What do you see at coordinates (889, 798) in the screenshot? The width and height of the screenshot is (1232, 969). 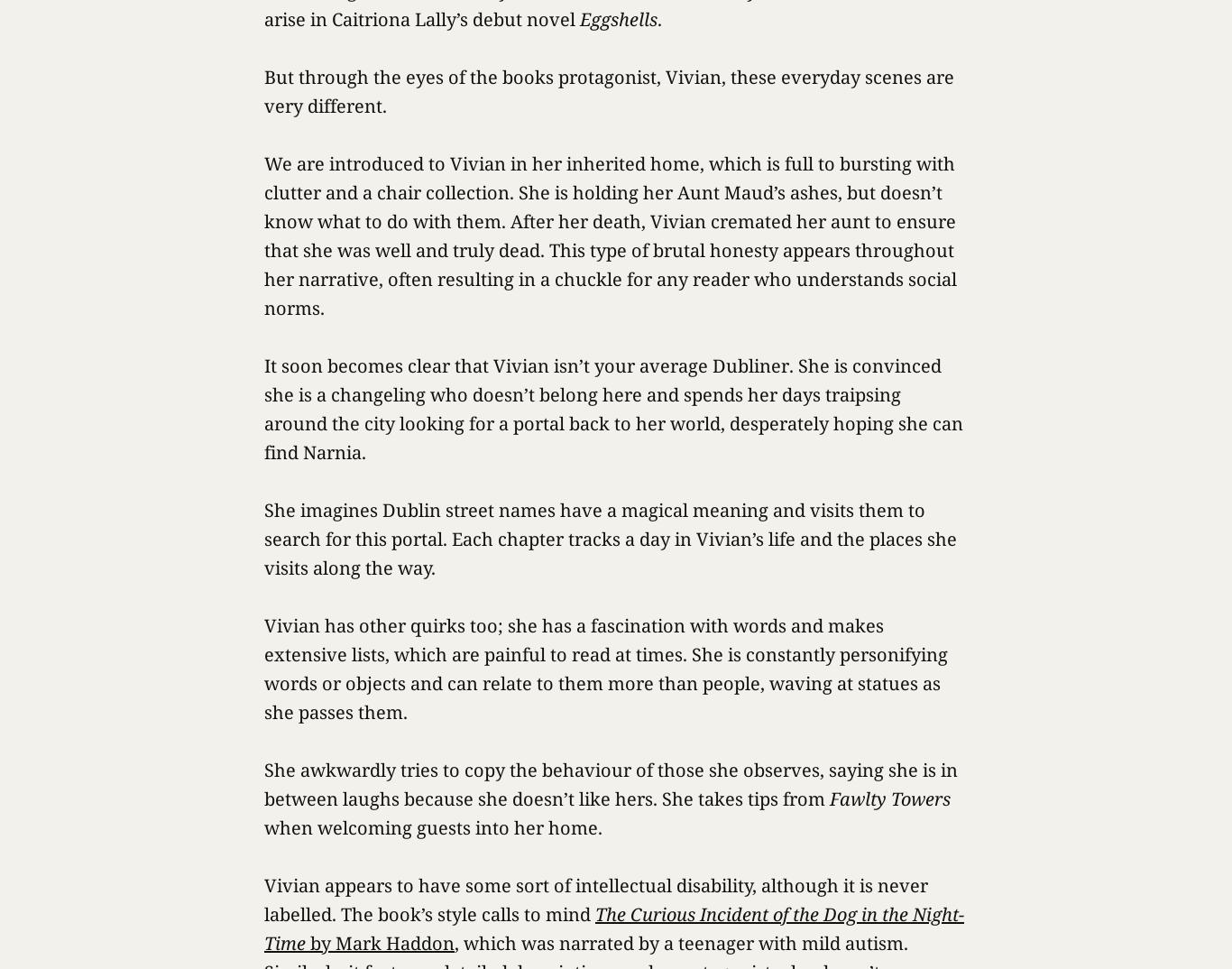 I see `'Fawlty Towers'` at bounding box center [889, 798].